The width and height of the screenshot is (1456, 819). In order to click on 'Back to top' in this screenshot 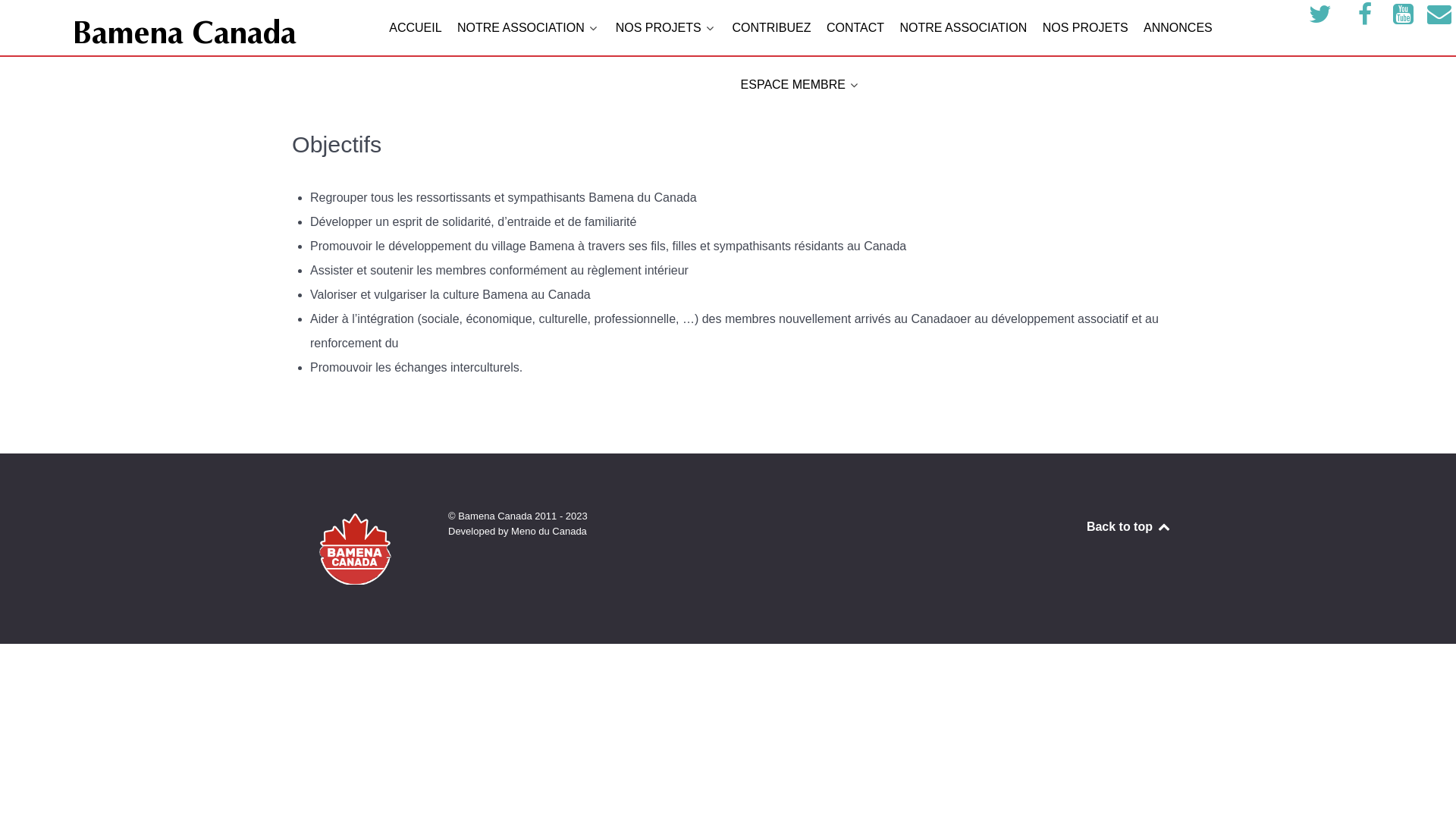, I will do `click(1128, 526)`.